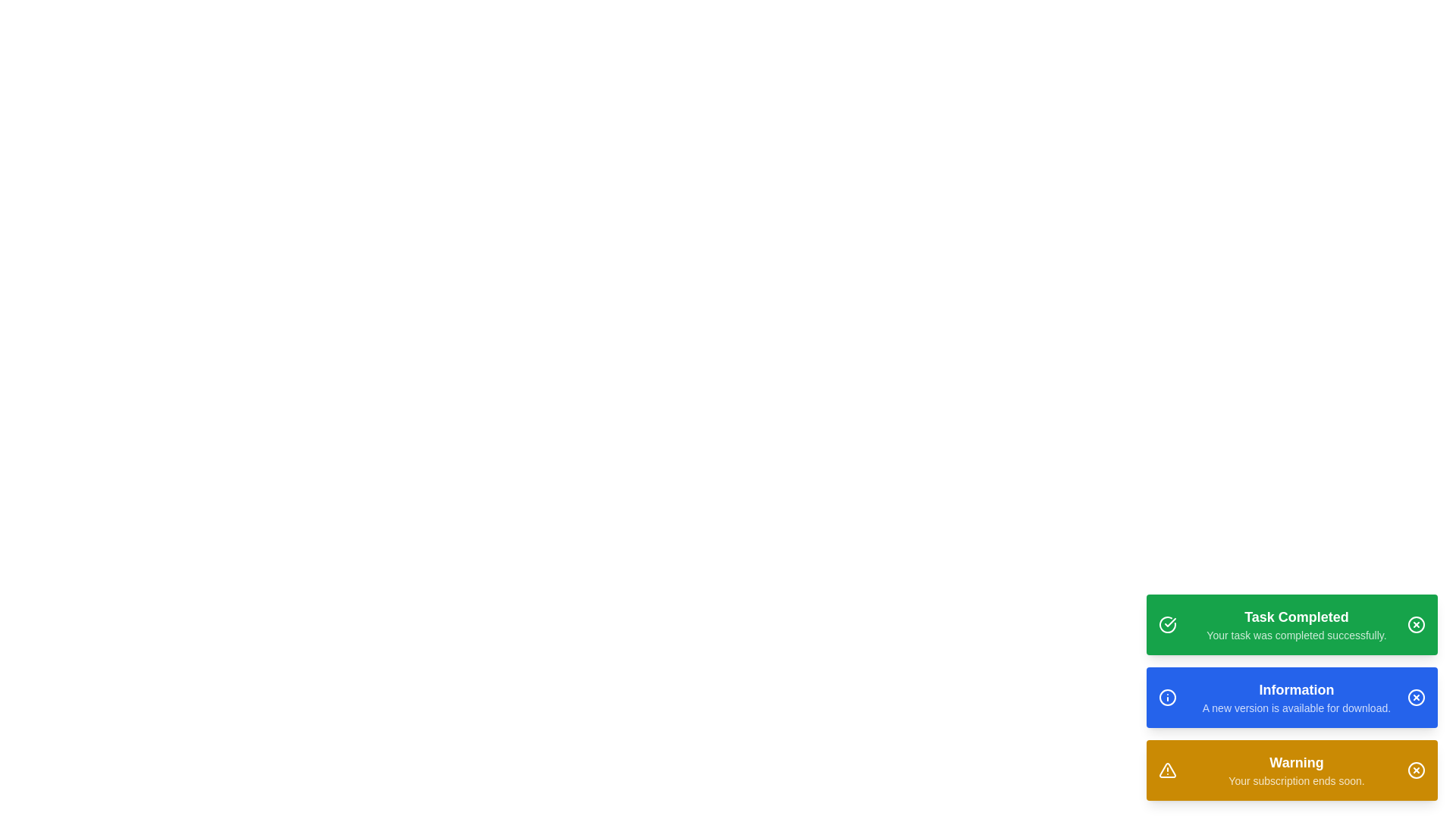 The image size is (1456, 819). I want to click on the close button located at the rightmost section of the 'Warning' notification, so click(1415, 770).